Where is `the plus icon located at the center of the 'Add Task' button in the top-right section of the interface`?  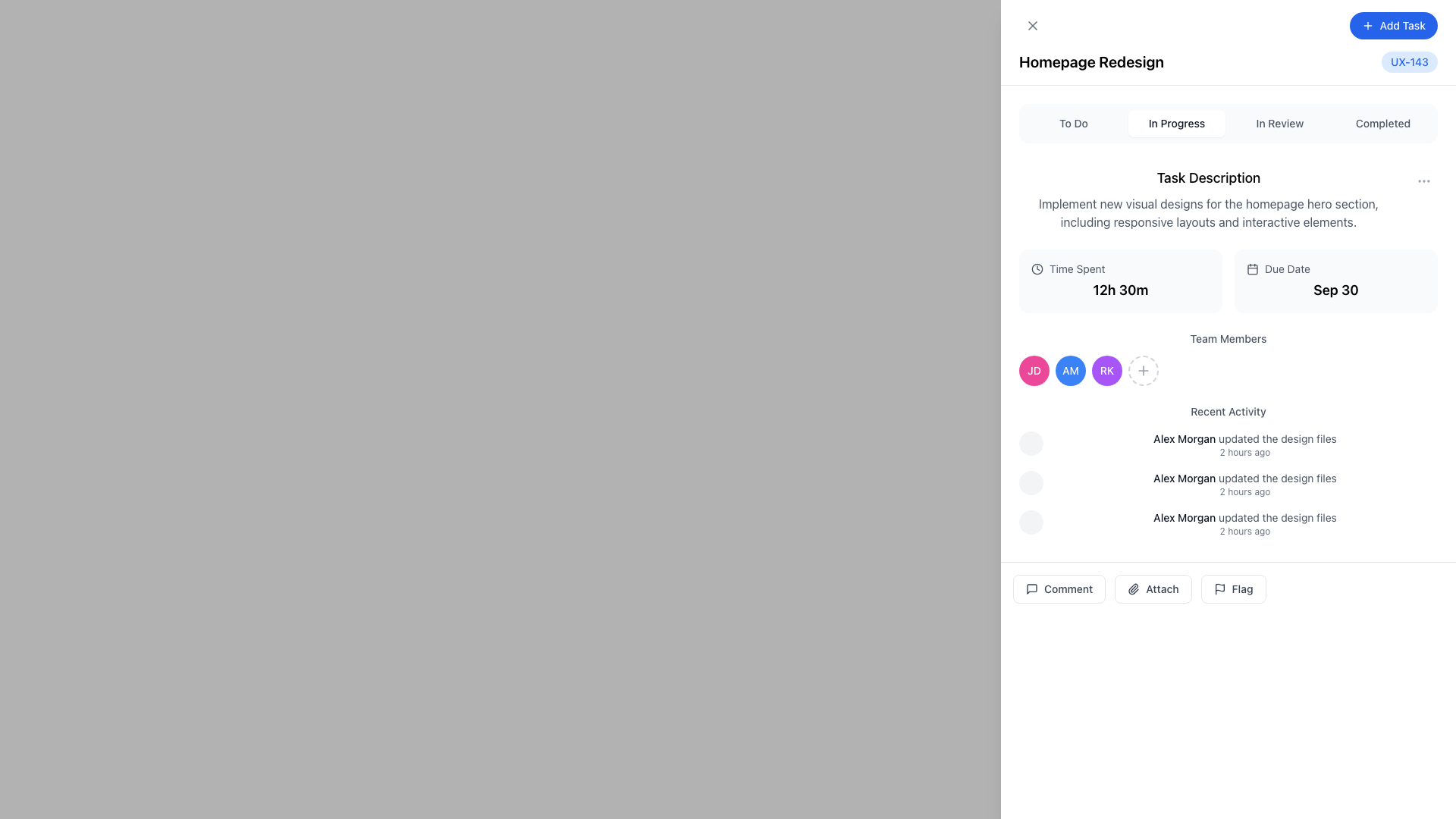
the plus icon located at the center of the 'Add Task' button in the top-right section of the interface is located at coordinates (1367, 26).